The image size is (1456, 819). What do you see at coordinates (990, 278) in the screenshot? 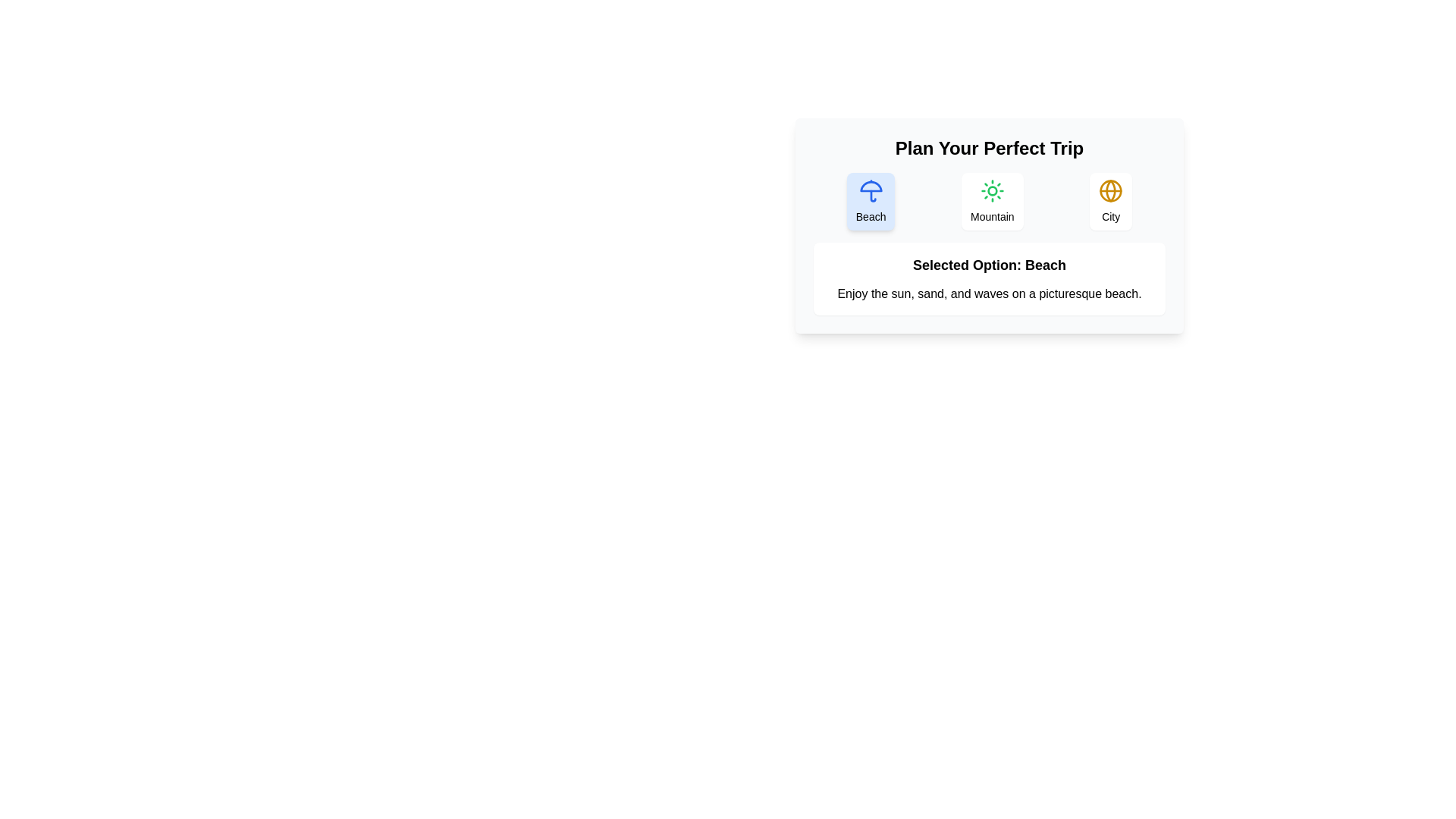
I see `the informational panel that displays the selected option 'Beach' and its description 'Enjoy the sun, sand, and waves on a picturesque beach.'` at bounding box center [990, 278].